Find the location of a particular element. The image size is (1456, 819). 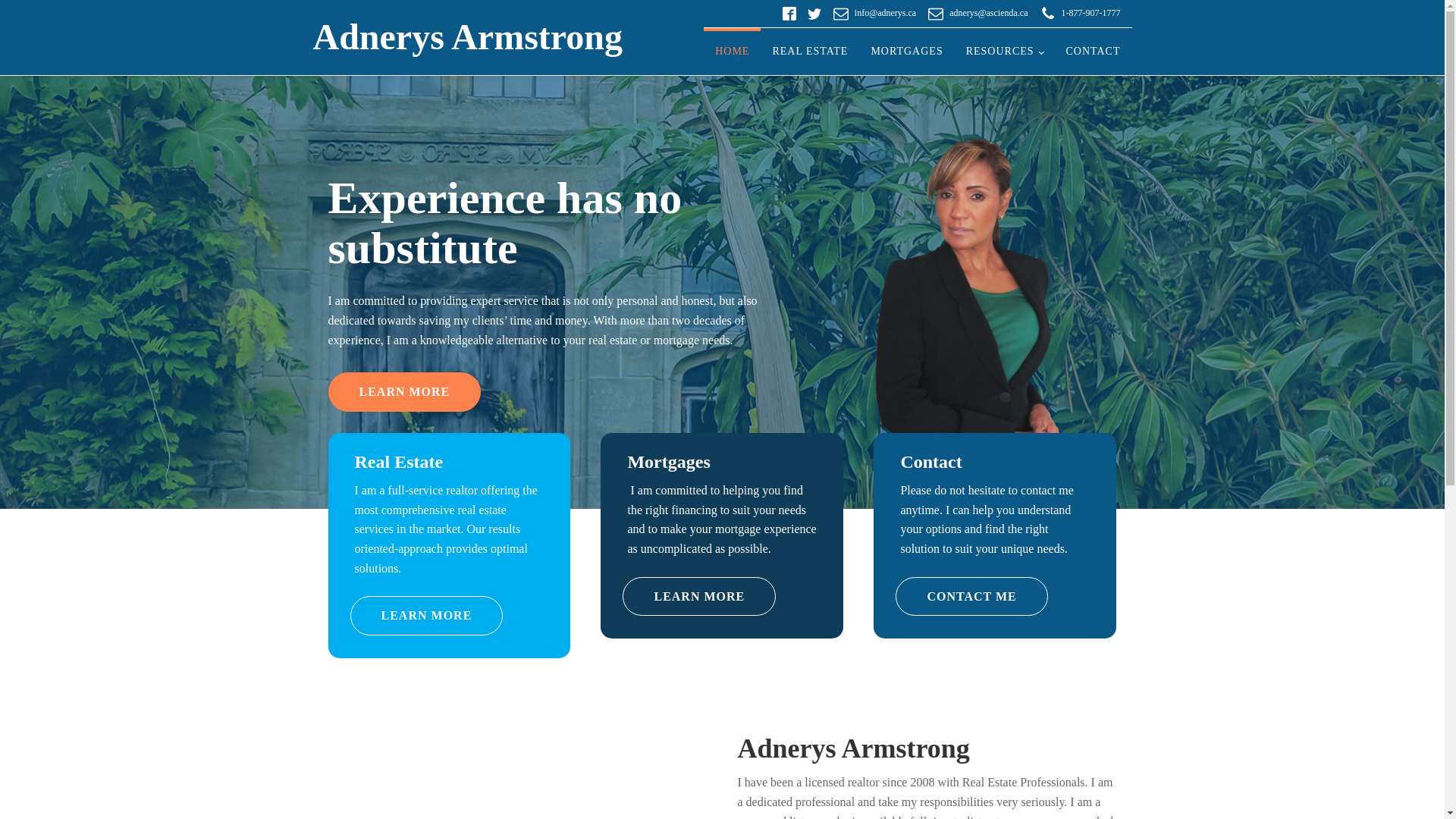

'MORTGAGES' is located at coordinates (858, 51).